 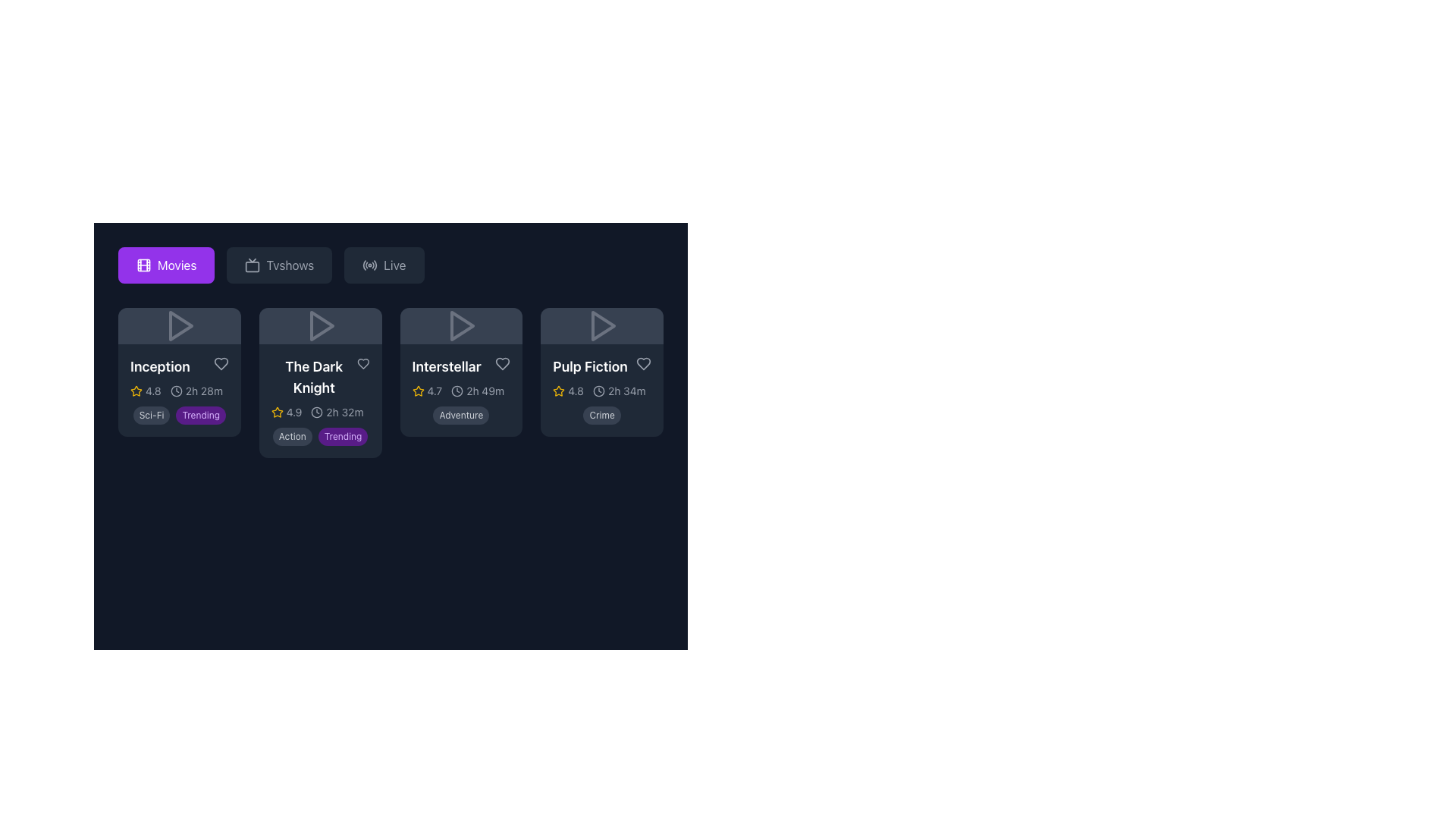 What do you see at coordinates (342, 436) in the screenshot?
I see `the 'Trending' badge with a purple background located below the movie information for 'The Dark Knight'` at bounding box center [342, 436].